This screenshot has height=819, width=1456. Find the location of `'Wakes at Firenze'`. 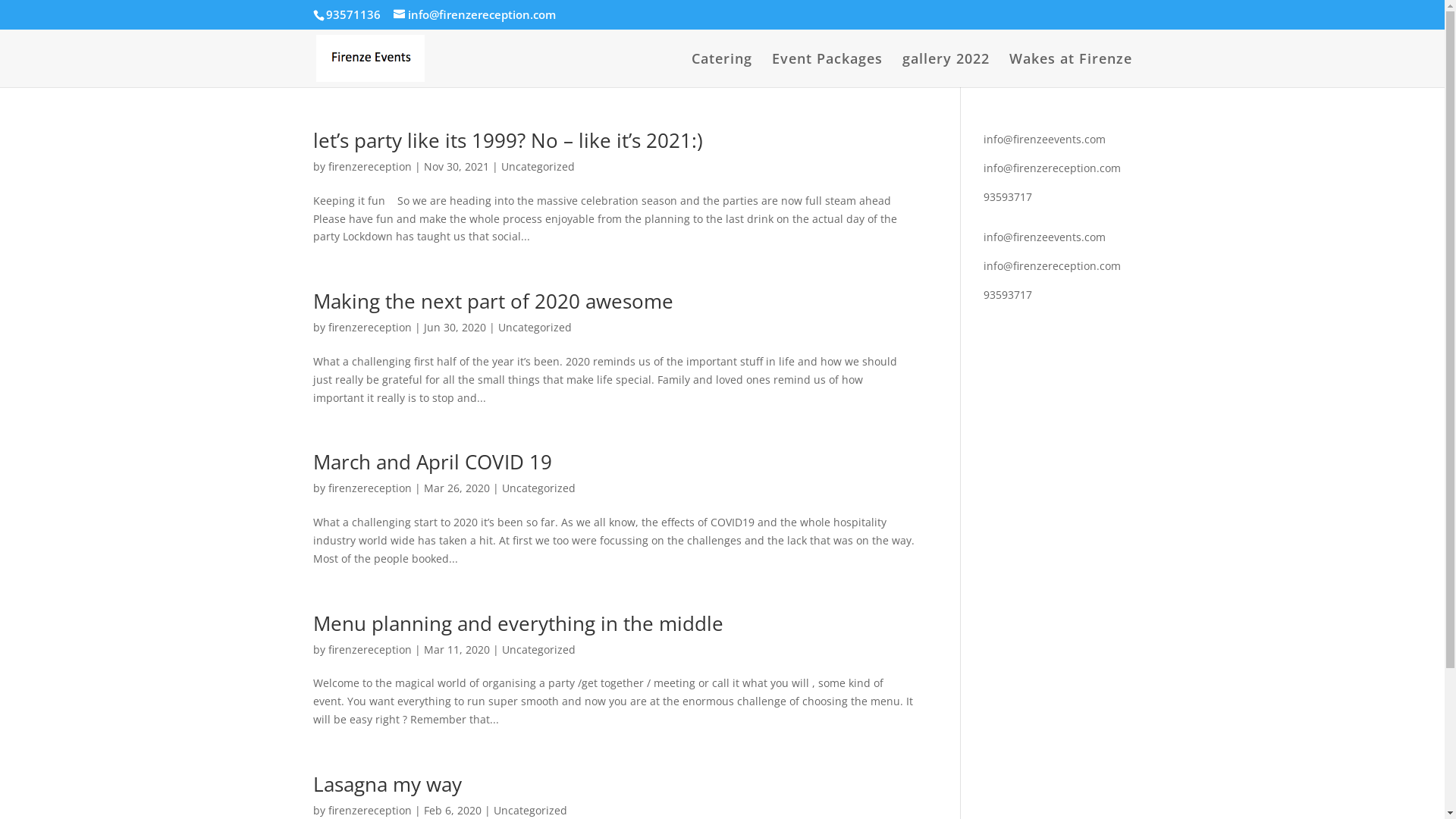

'Wakes at Firenze' is located at coordinates (1069, 70).